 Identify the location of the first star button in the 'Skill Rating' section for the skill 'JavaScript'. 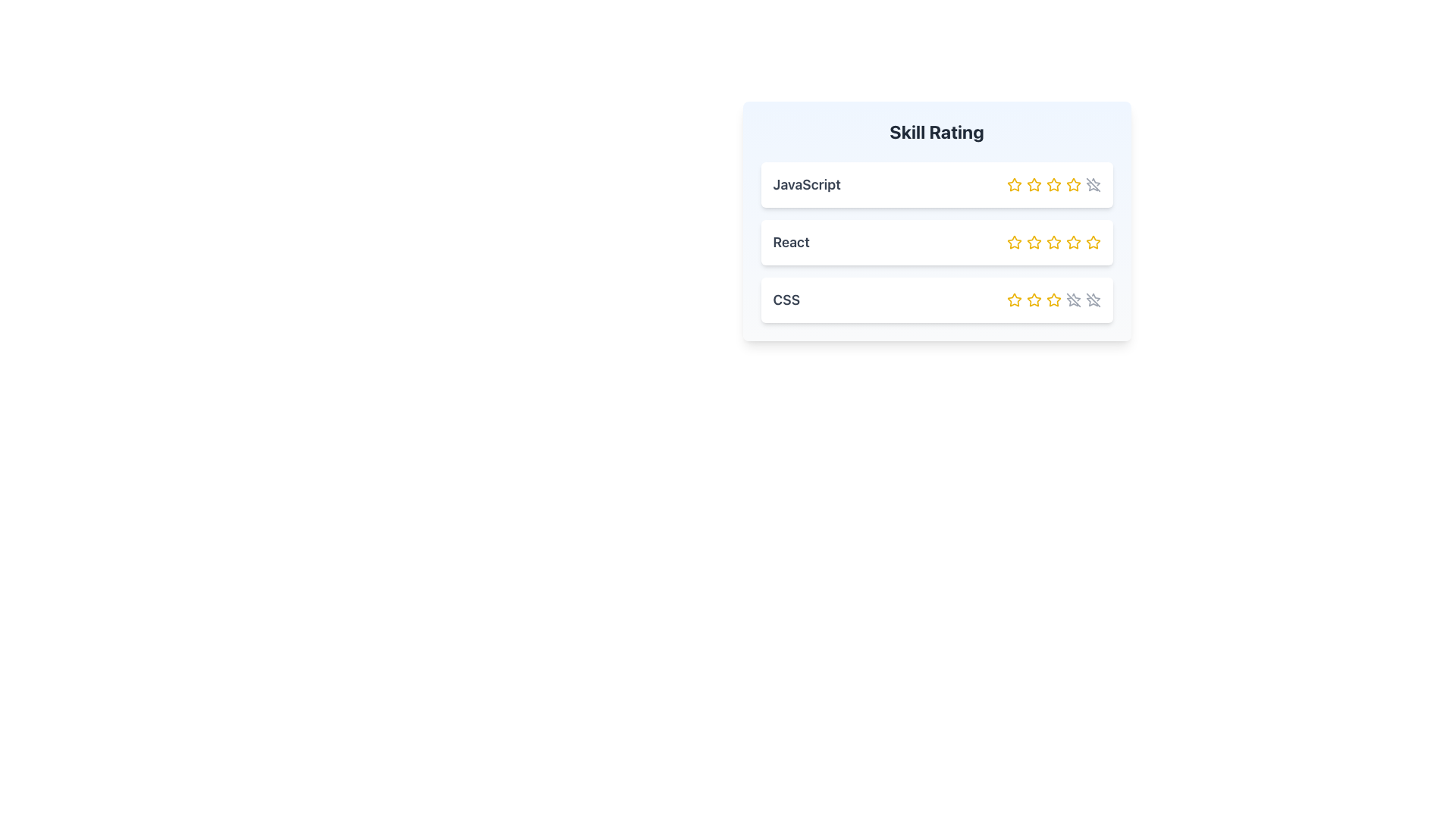
(1014, 184).